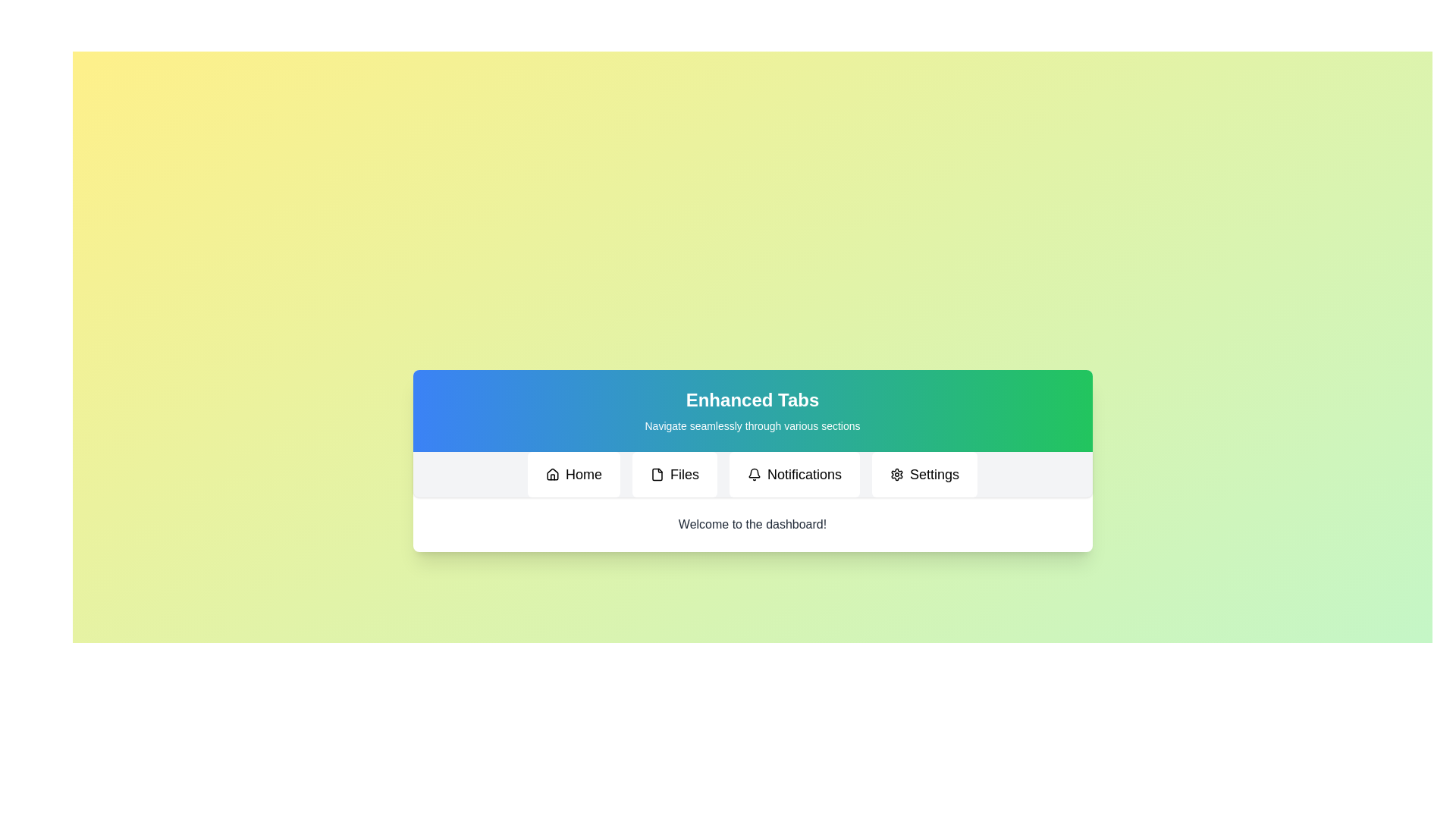 The image size is (1456, 819). I want to click on the gear-like icon representing the settings feature located at the far right of the navigation menu, so click(897, 473).